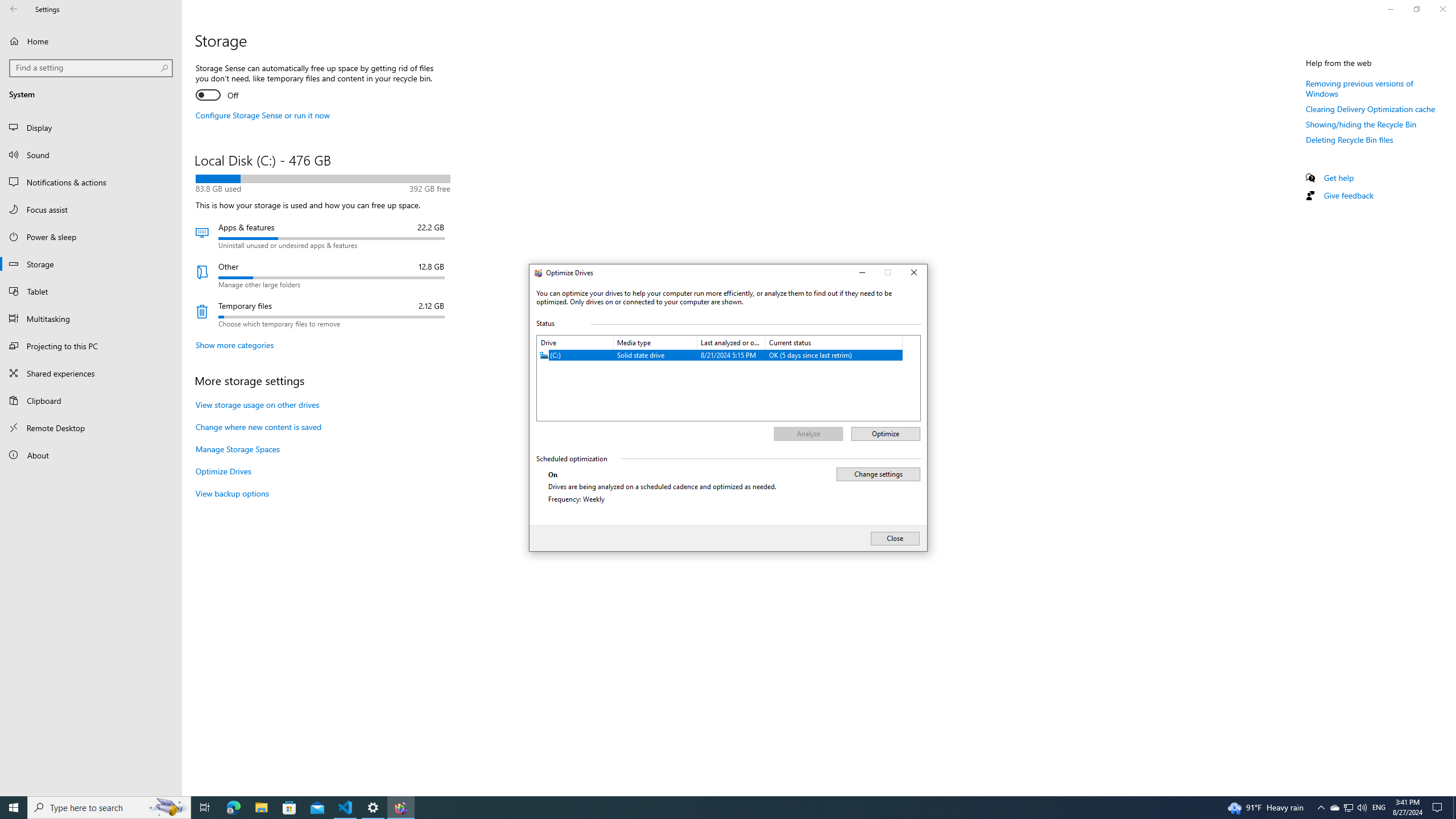 Image resolution: width=1456 pixels, height=819 pixels. I want to click on 'Minimize', so click(861, 272).